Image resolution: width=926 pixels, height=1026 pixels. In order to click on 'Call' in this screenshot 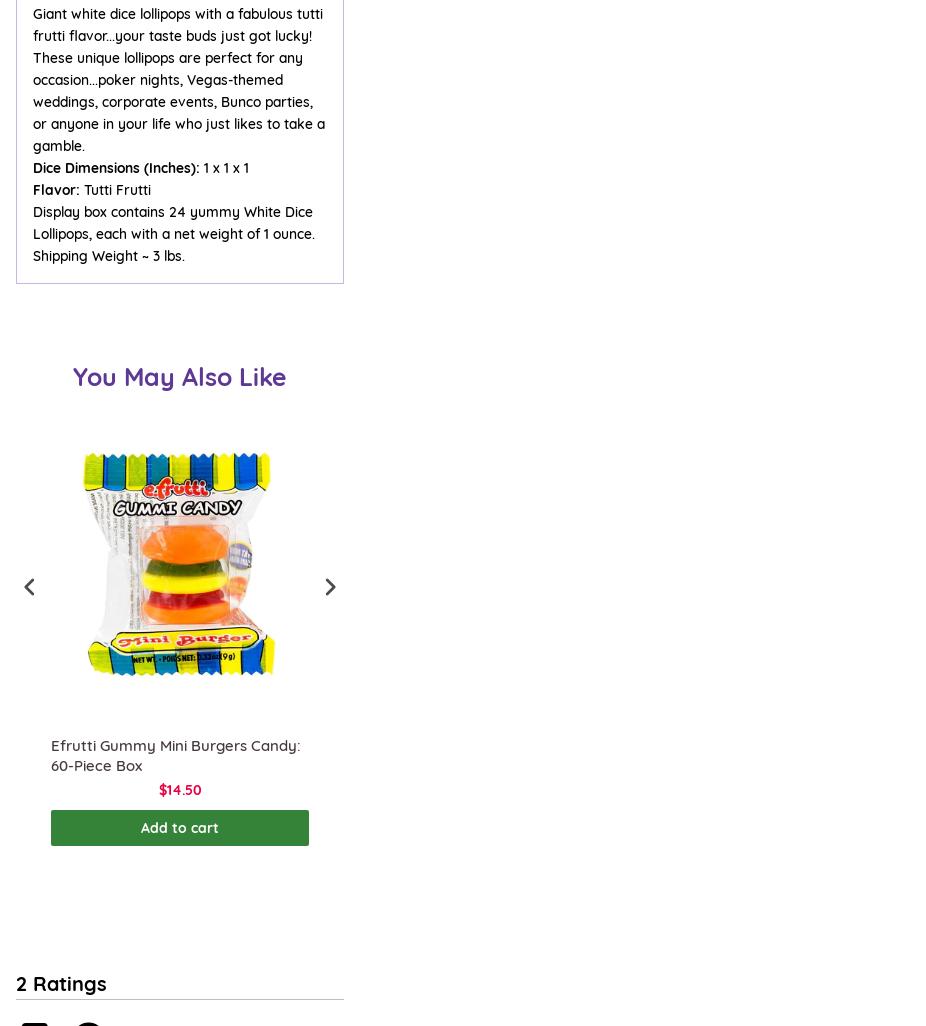, I will do `click(26, 964)`.